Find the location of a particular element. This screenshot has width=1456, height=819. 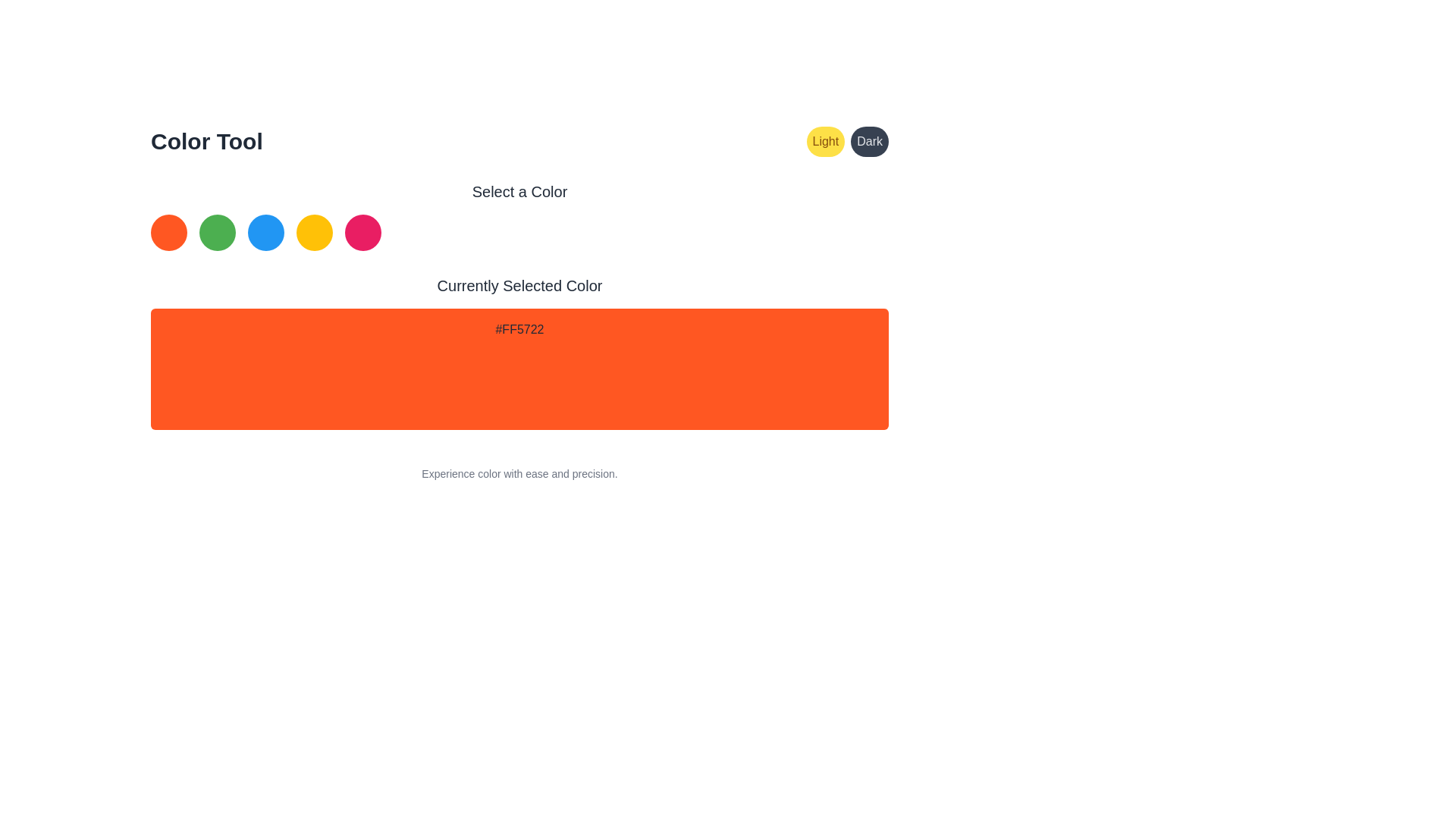

the 'Light' theme button located near the top-right of the interface is located at coordinates (824, 141).